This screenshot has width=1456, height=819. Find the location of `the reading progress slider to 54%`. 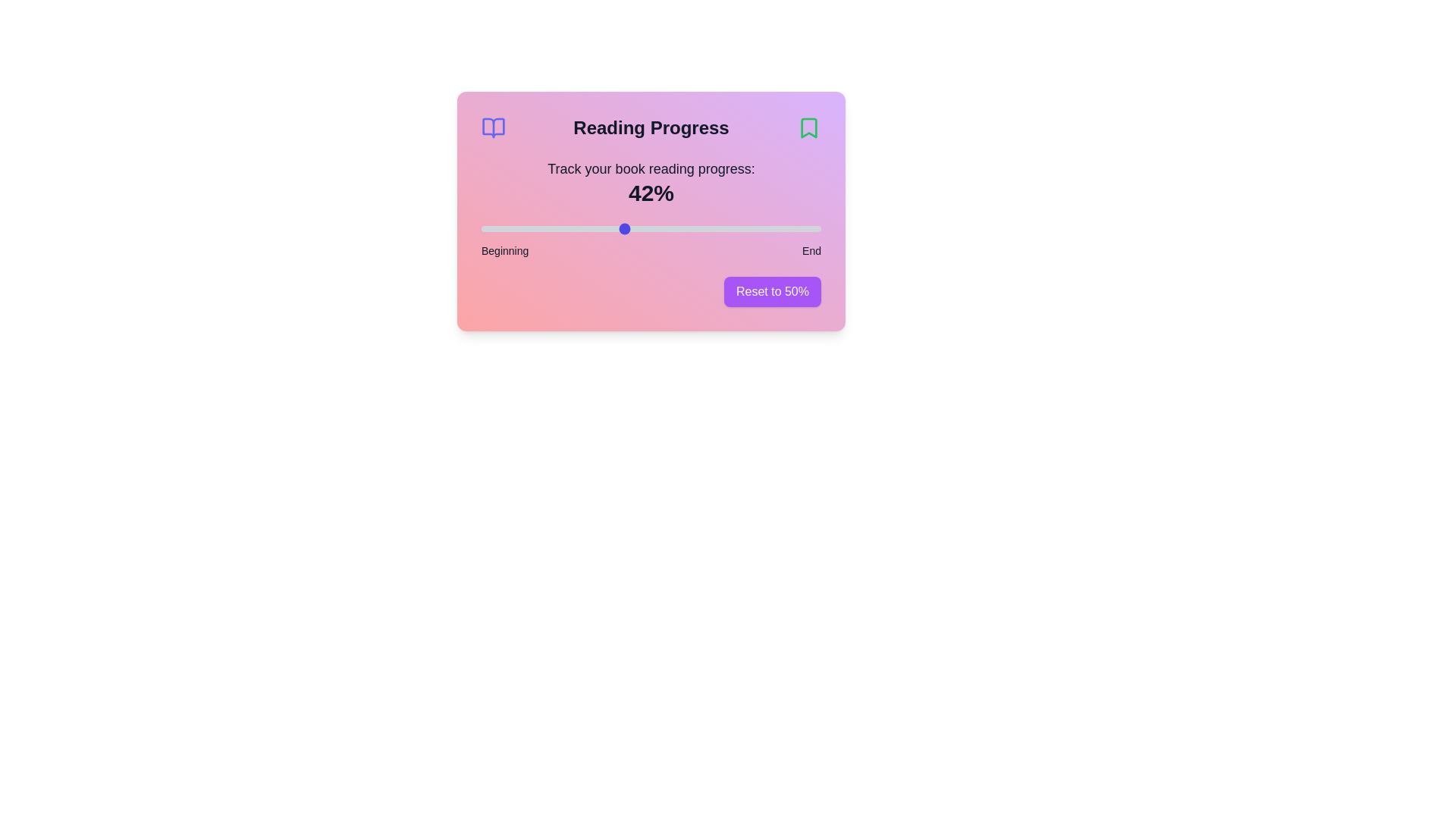

the reading progress slider to 54% is located at coordinates (664, 228).